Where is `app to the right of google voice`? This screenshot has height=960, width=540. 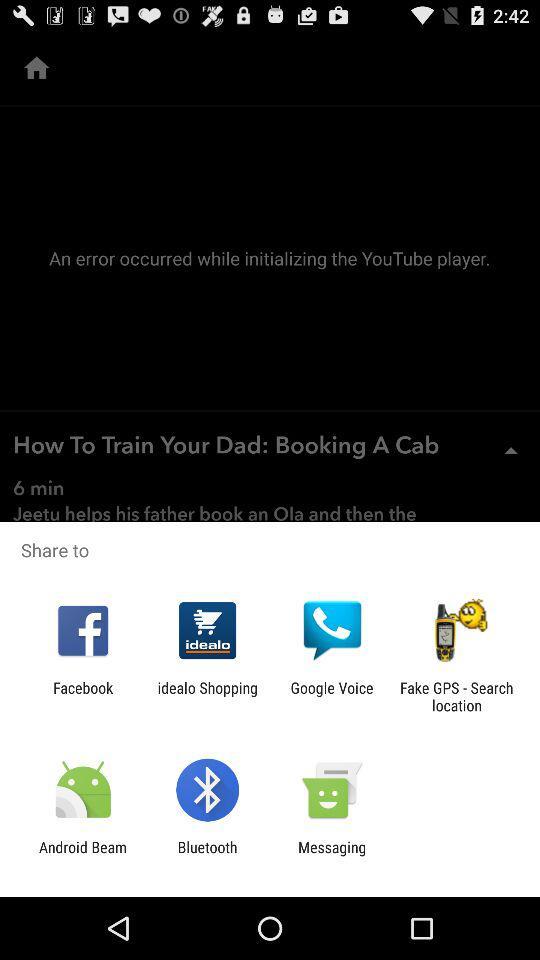
app to the right of google voice is located at coordinates (456, 696).